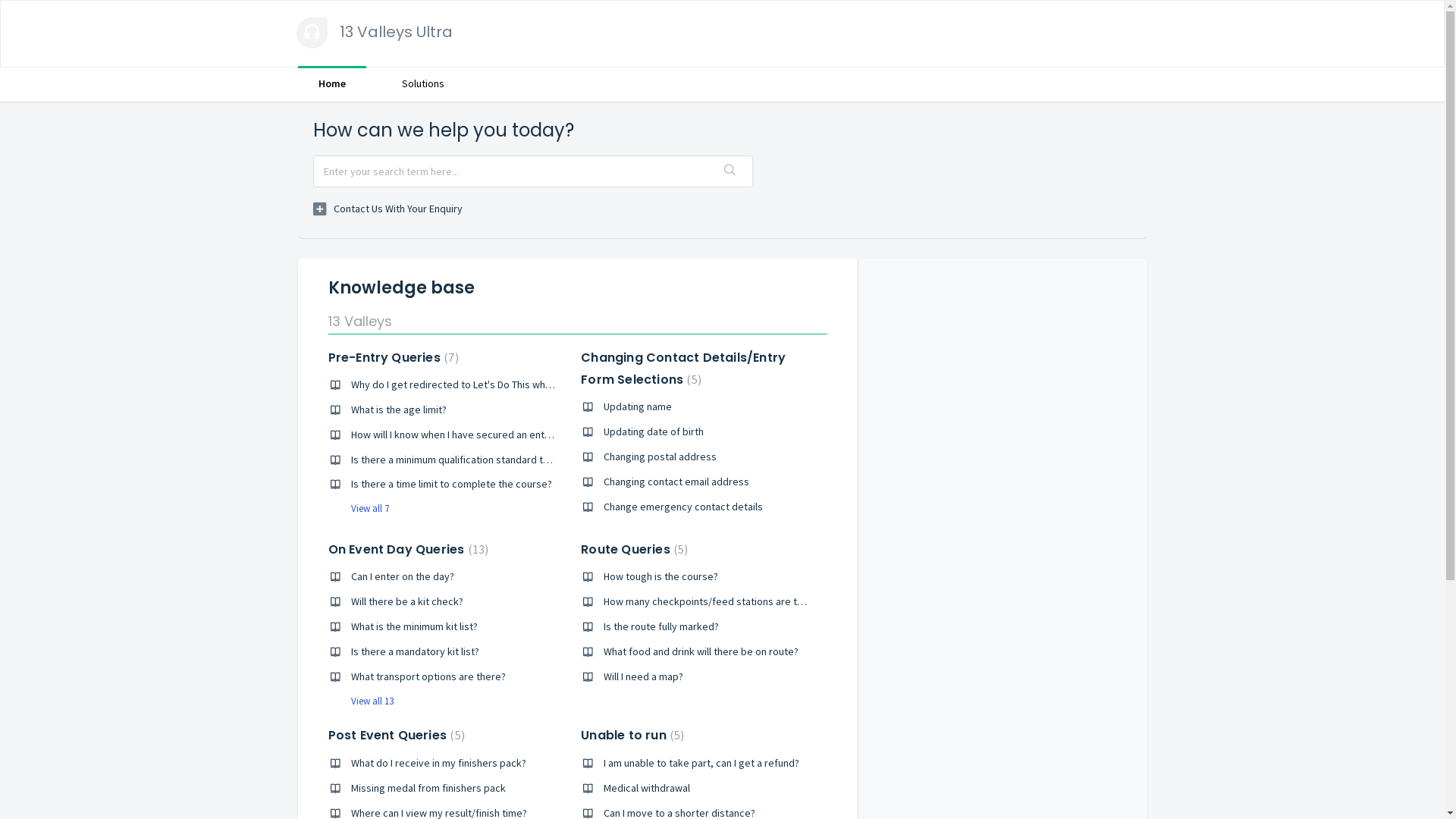  What do you see at coordinates (700, 651) in the screenshot?
I see `'What food and drink will there be on route?'` at bounding box center [700, 651].